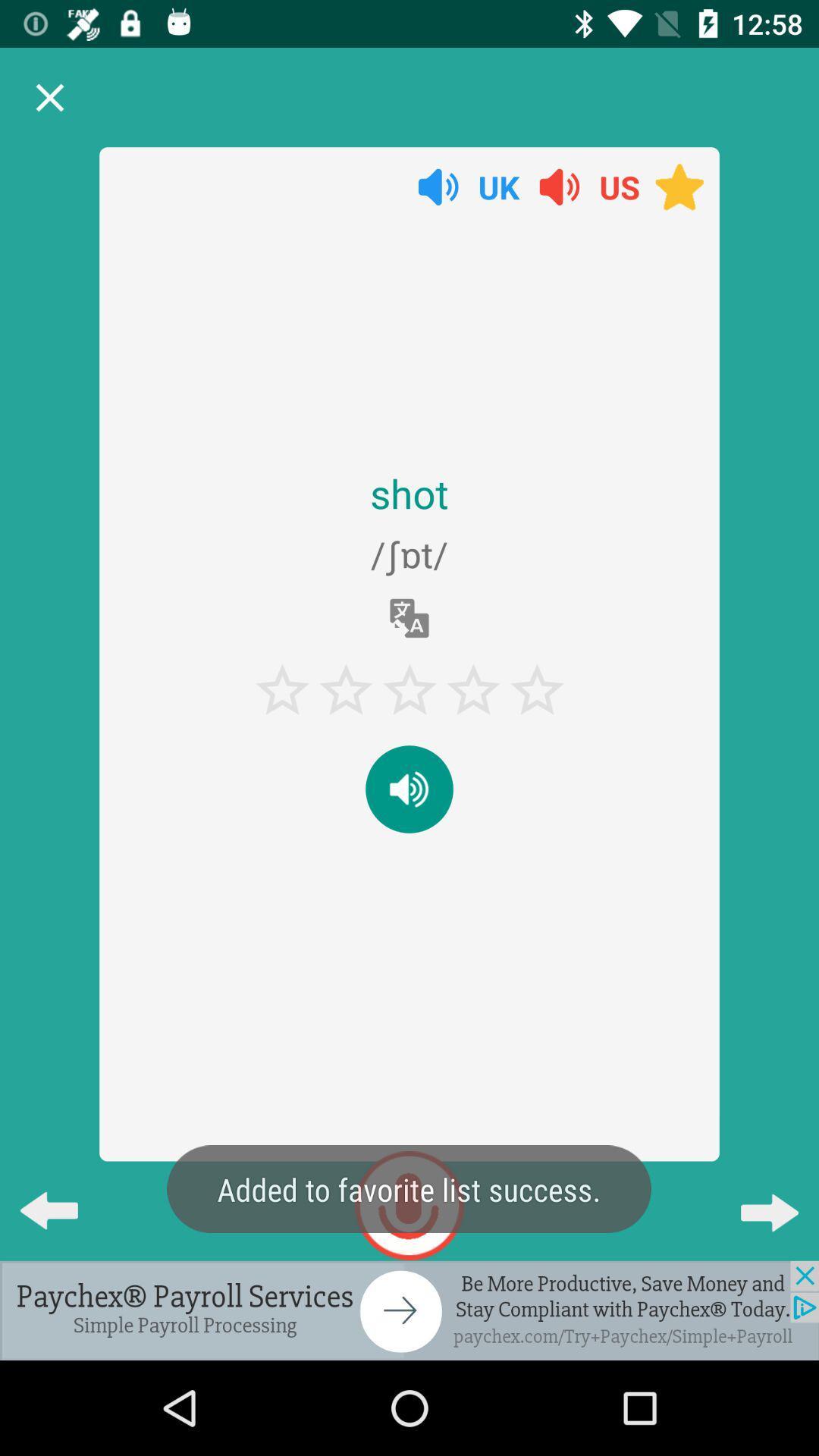 Image resolution: width=819 pixels, height=1456 pixels. I want to click on the star which is present beneath the shot, so click(281, 689).